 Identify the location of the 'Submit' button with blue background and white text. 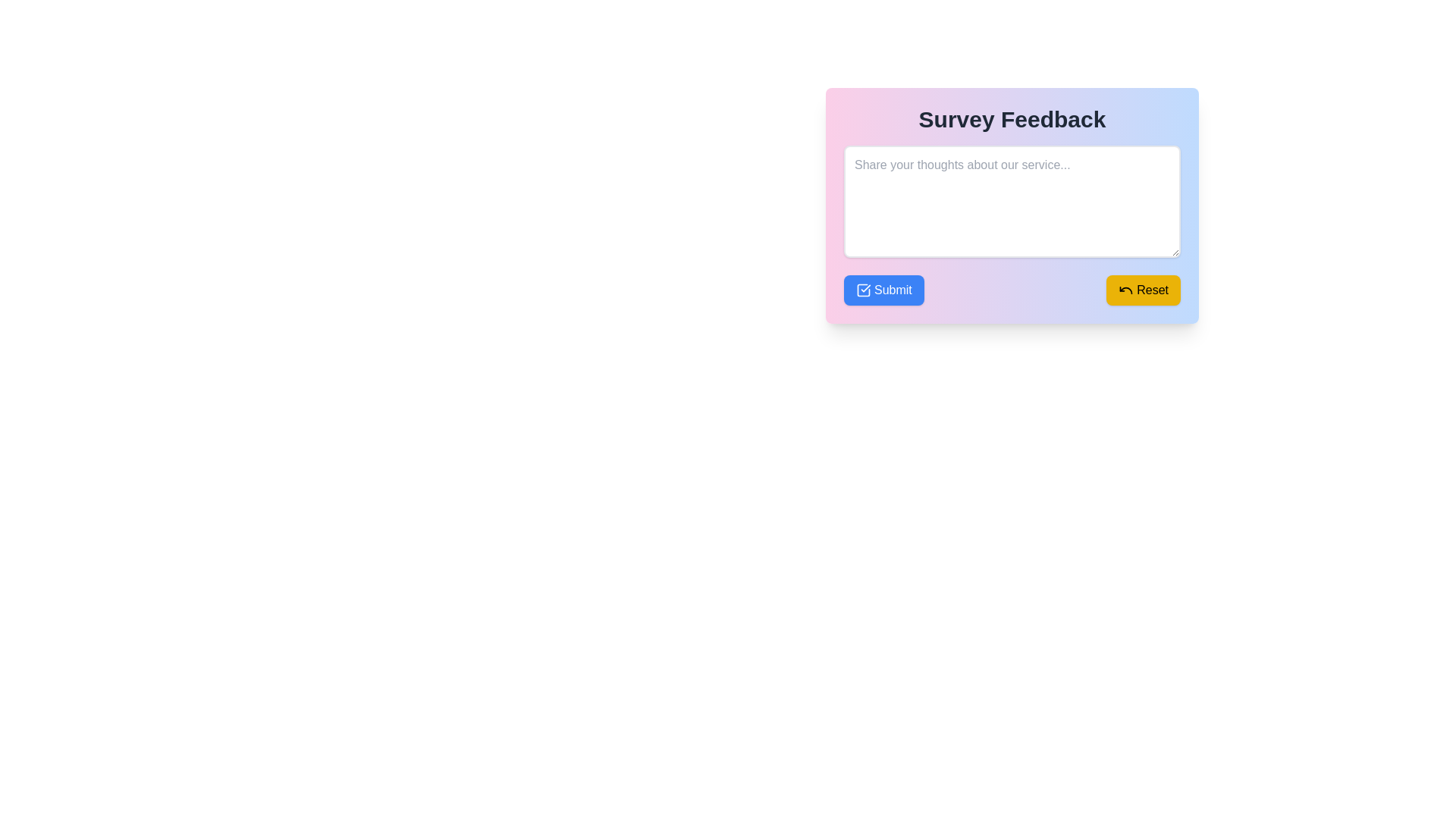
(883, 290).